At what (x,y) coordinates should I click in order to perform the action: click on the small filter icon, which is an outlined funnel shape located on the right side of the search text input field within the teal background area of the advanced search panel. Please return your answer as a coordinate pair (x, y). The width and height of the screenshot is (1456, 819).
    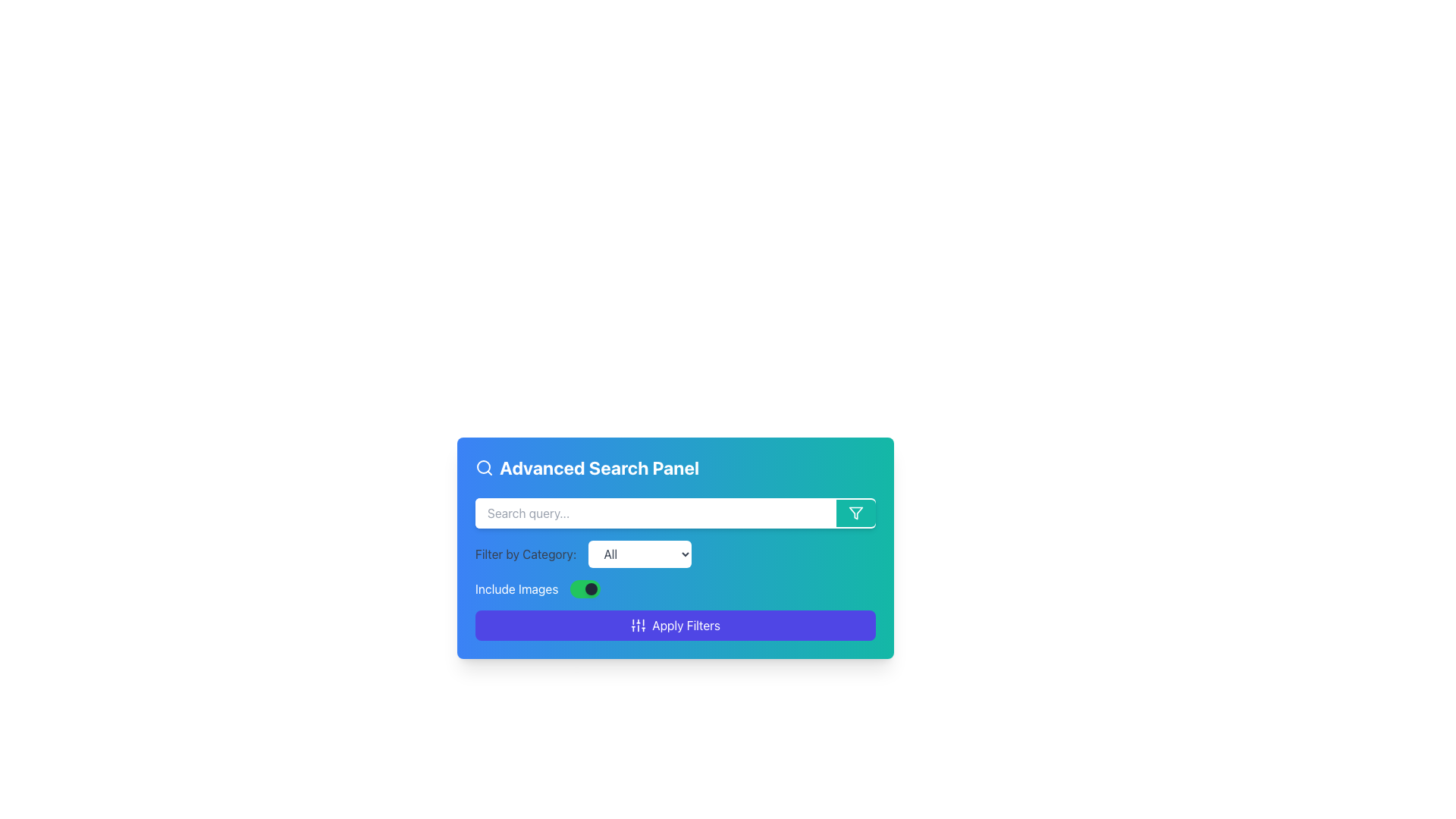
    Looking at the image, I should click on (855, 513).